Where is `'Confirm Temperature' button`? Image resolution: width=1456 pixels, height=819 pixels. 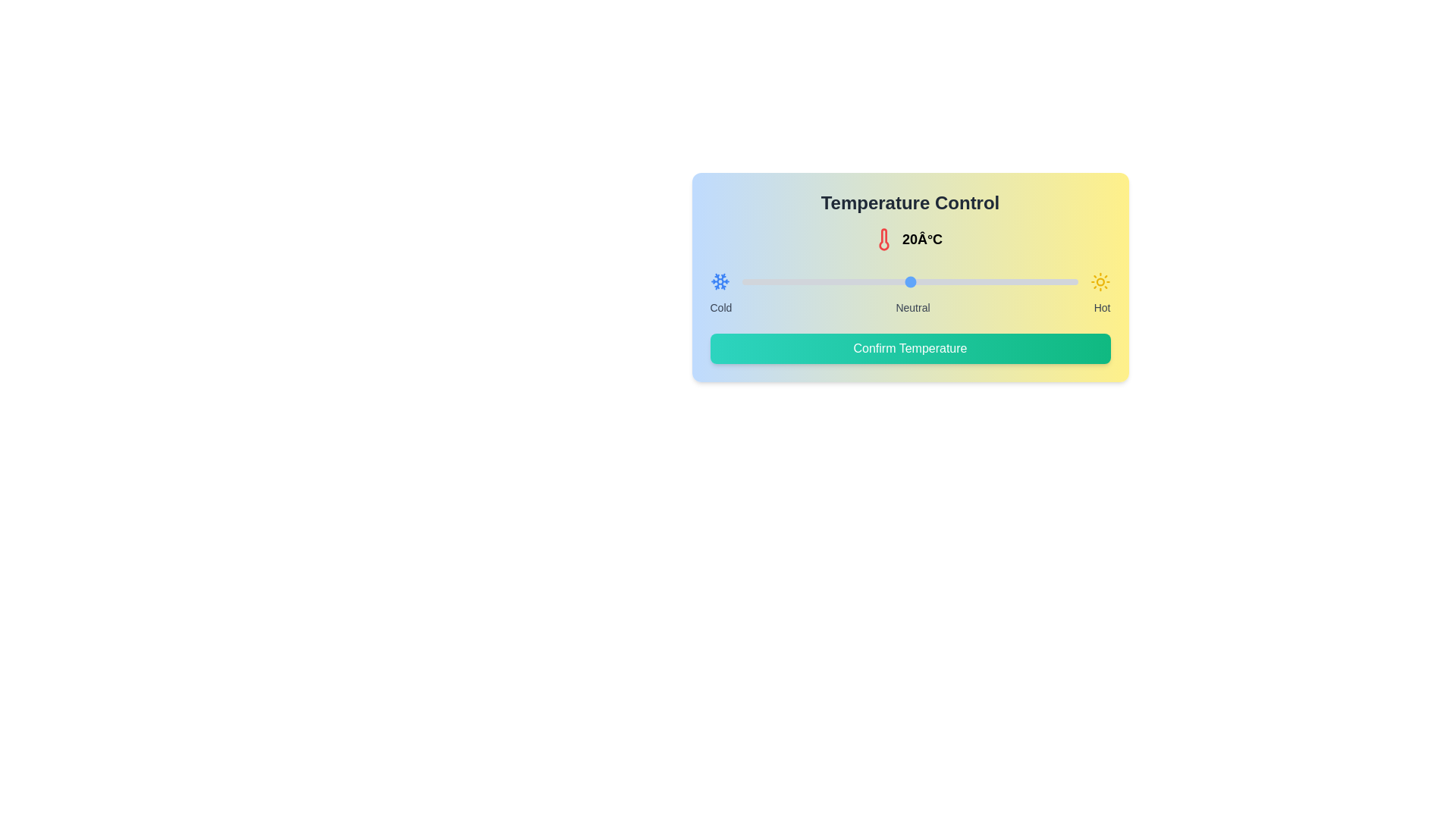 'Confirm Temperature' button is located at coordinates (910, 348).